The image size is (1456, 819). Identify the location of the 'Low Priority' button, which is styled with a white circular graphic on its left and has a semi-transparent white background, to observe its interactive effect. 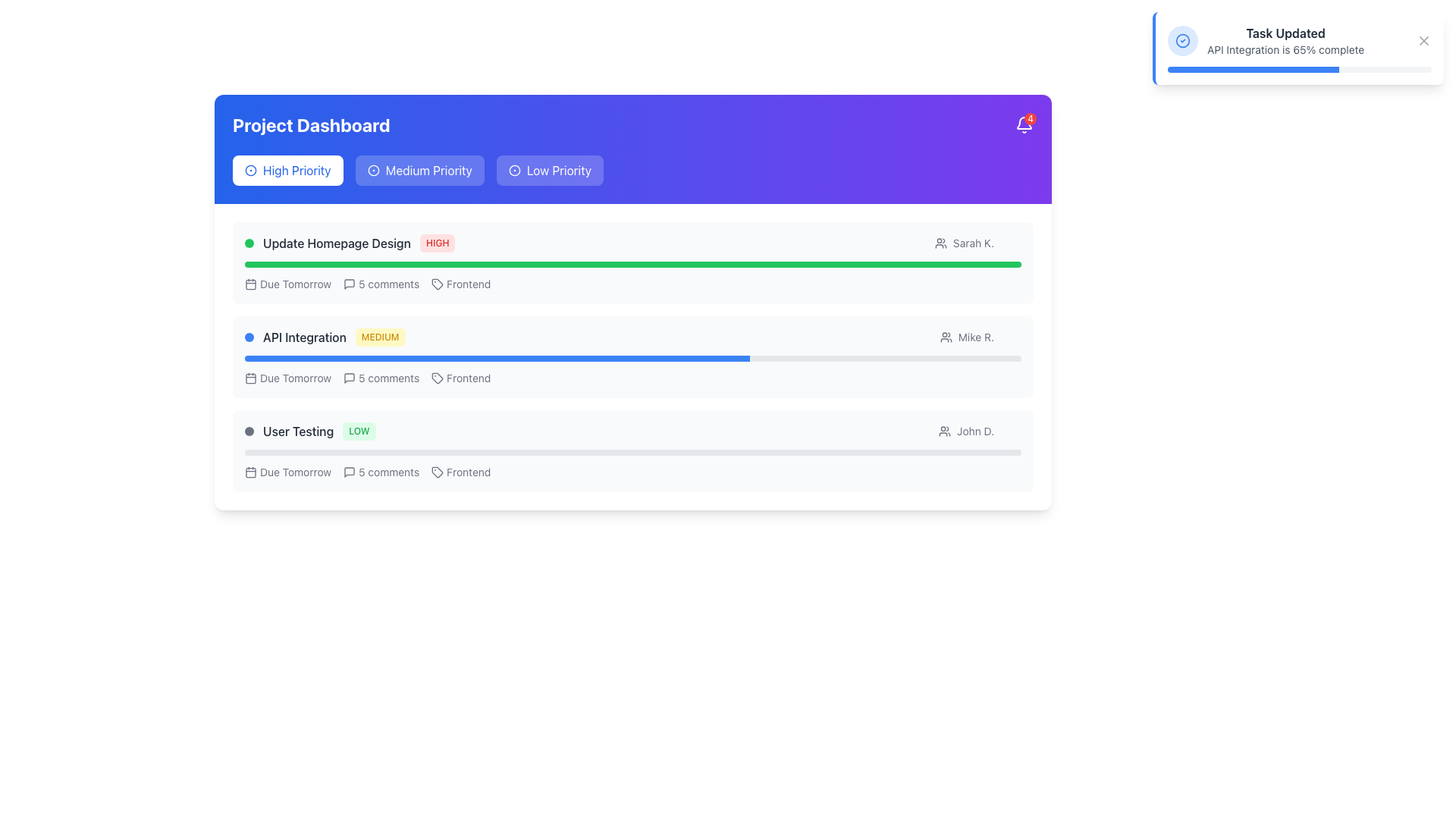
(549, 170).